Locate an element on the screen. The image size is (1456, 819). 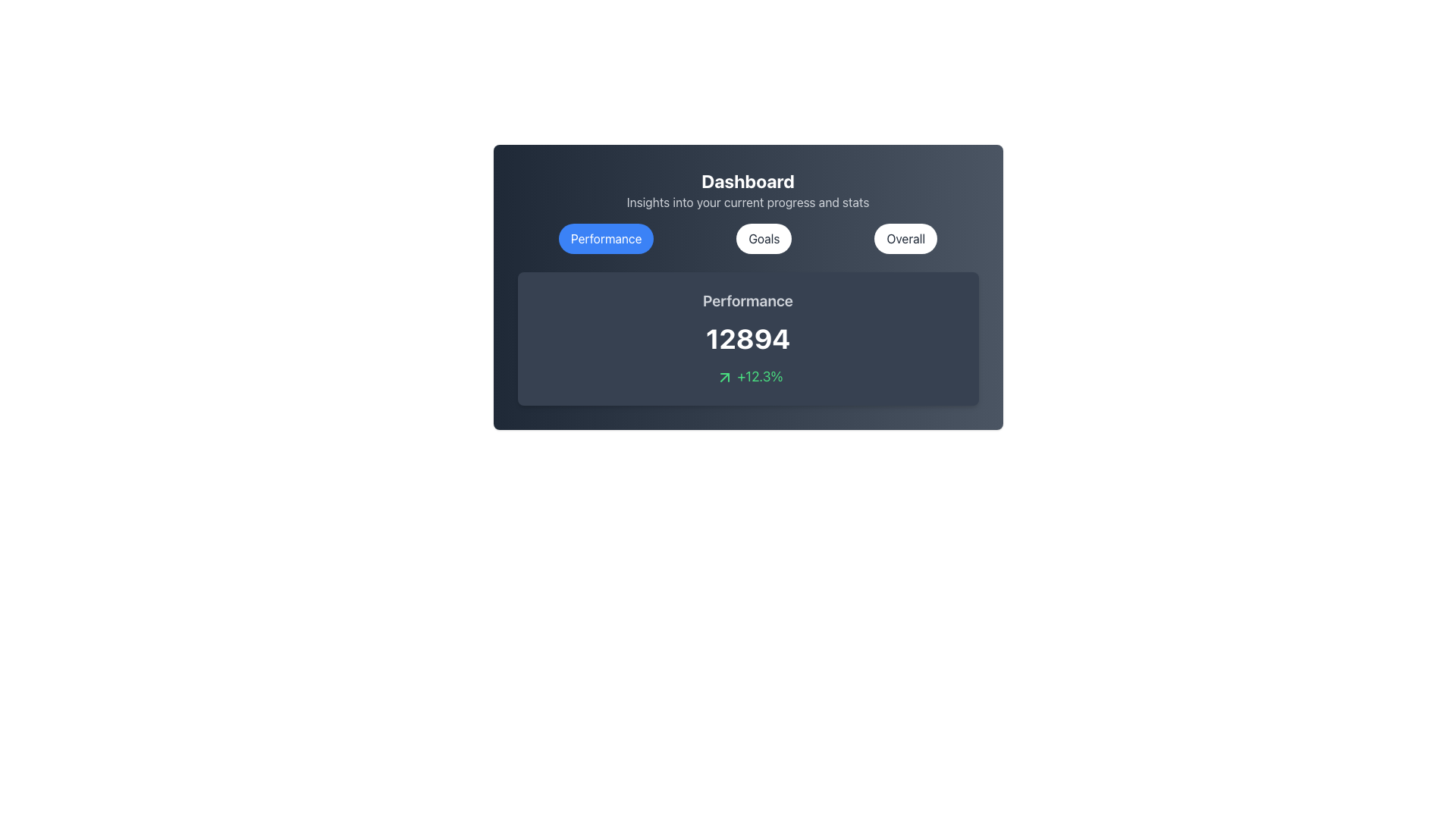
the third button in a group of three horizontally aligned buttons, which is positioned to the right of the 'Performance' and 'Goals' buttons is located at coordinates (905, 239).